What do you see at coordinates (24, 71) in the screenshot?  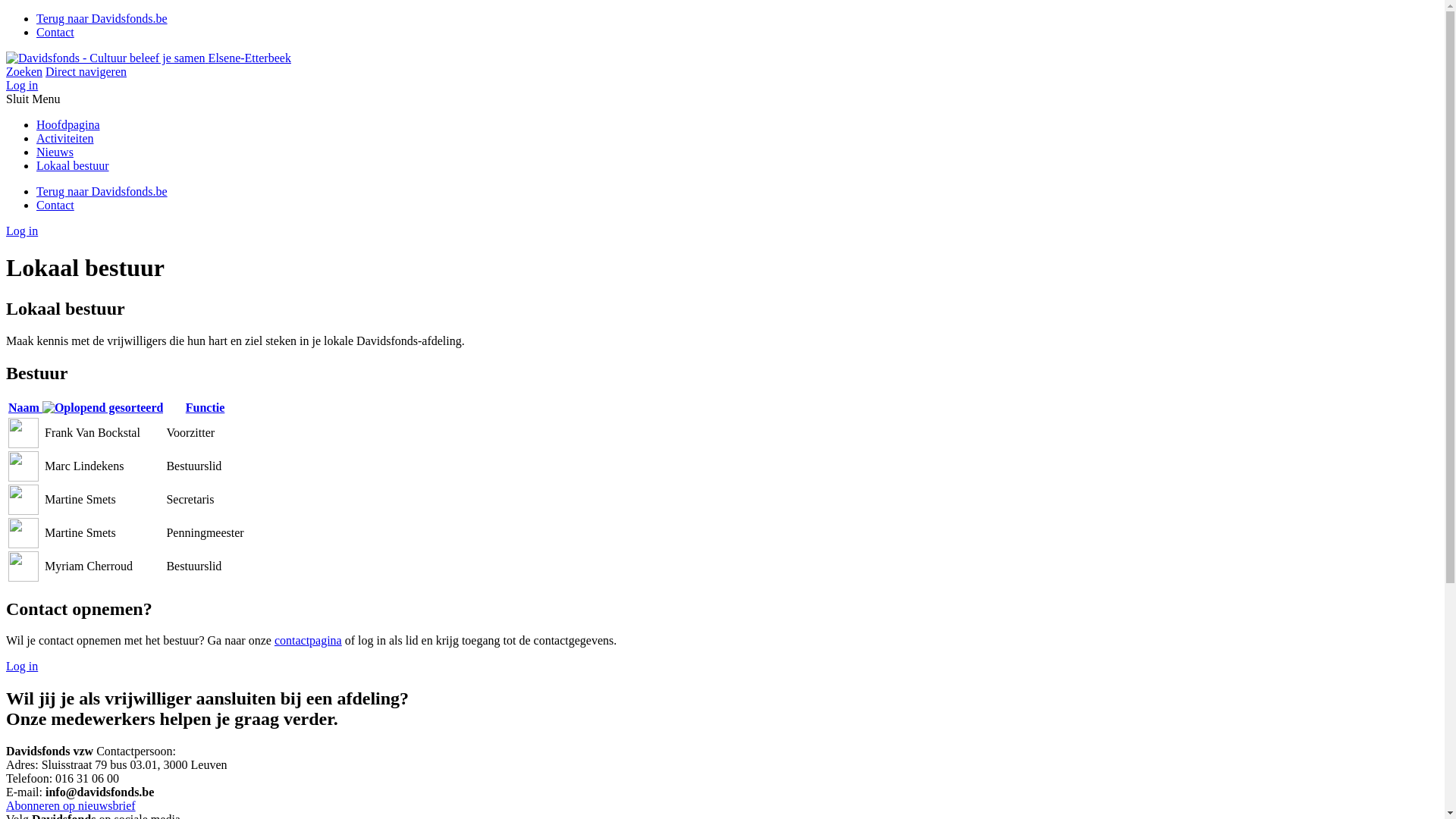 I see `'Zoeken'` at bounding box center [24, 71].